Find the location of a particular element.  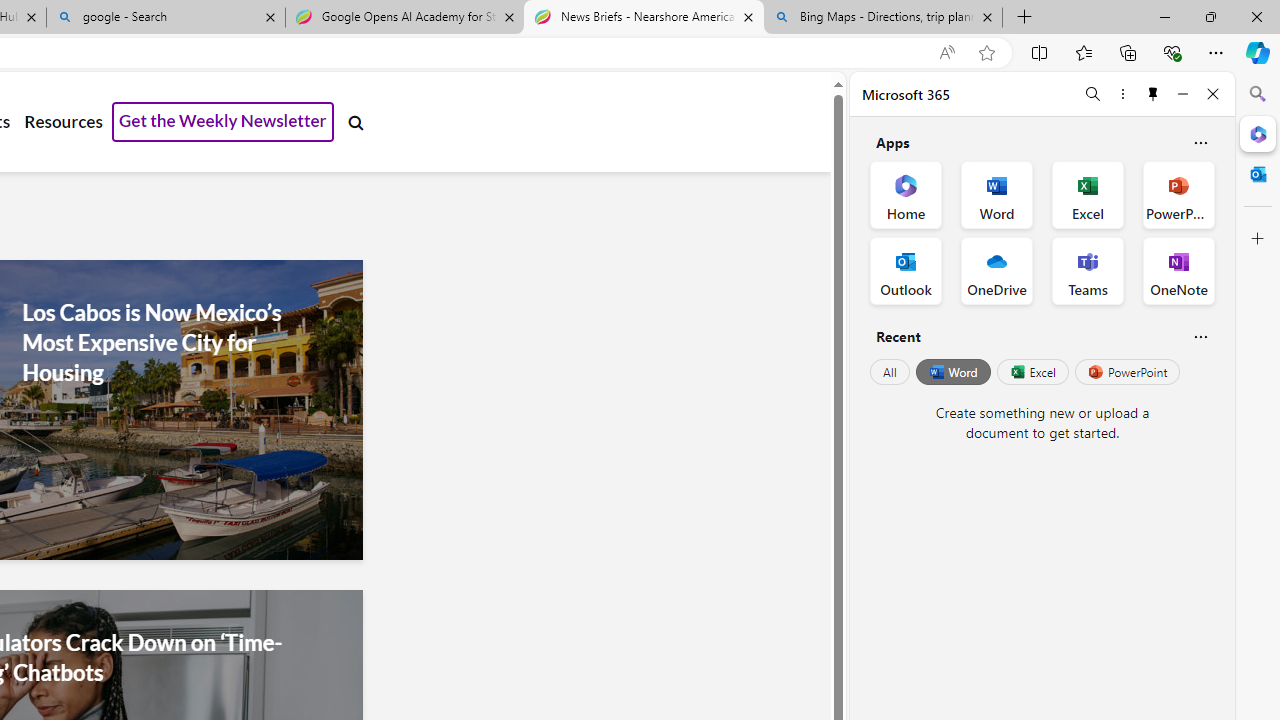

'Excel' is located at coordinates (1032, 372).